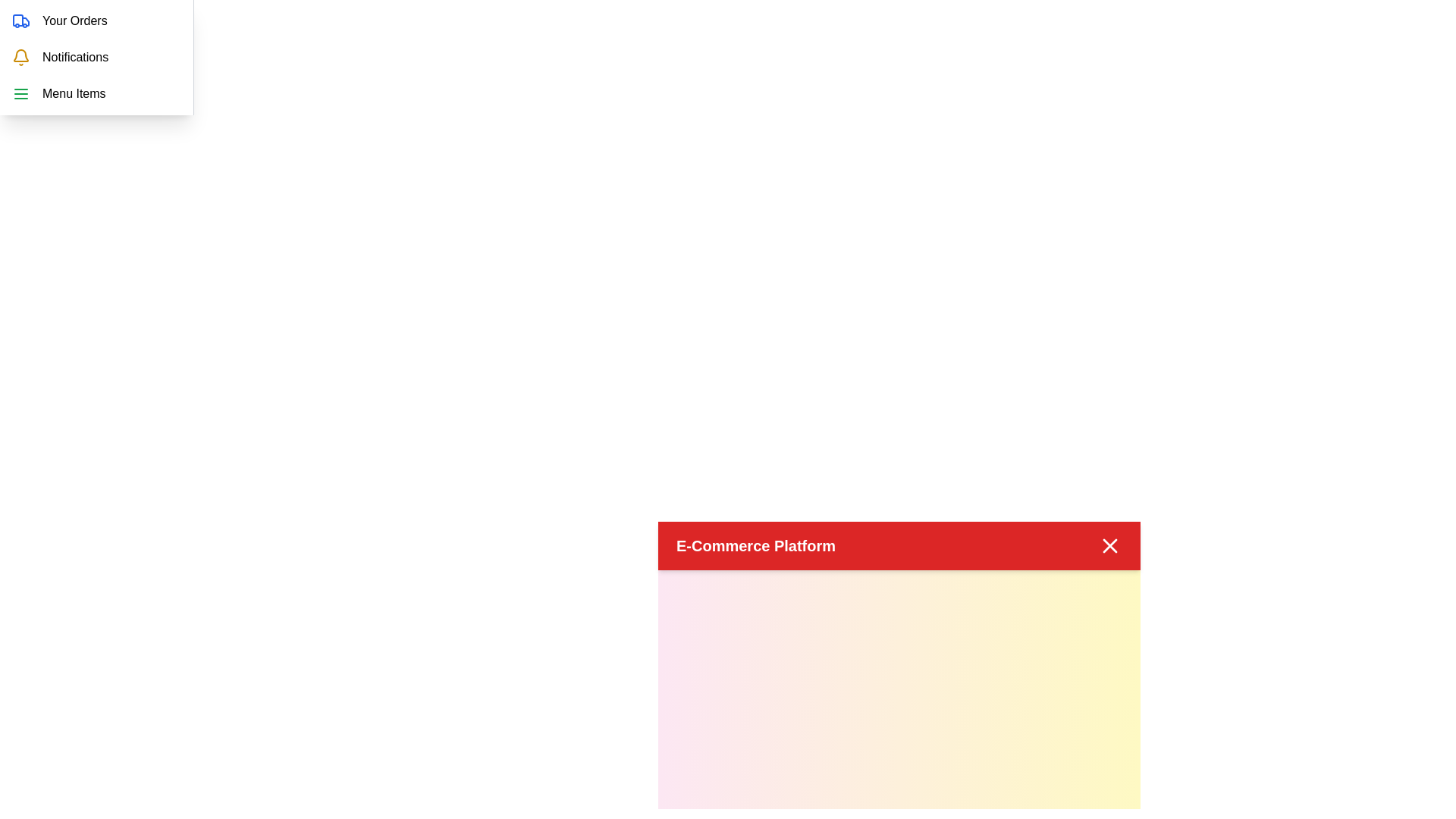 The image size is (1456, 819). Describe the element at coordinates (21, 20) in the screenshot. I see `the truck icon styled with blue lines located next to the 'Your Orders' text for accessibility purposes` at that location.